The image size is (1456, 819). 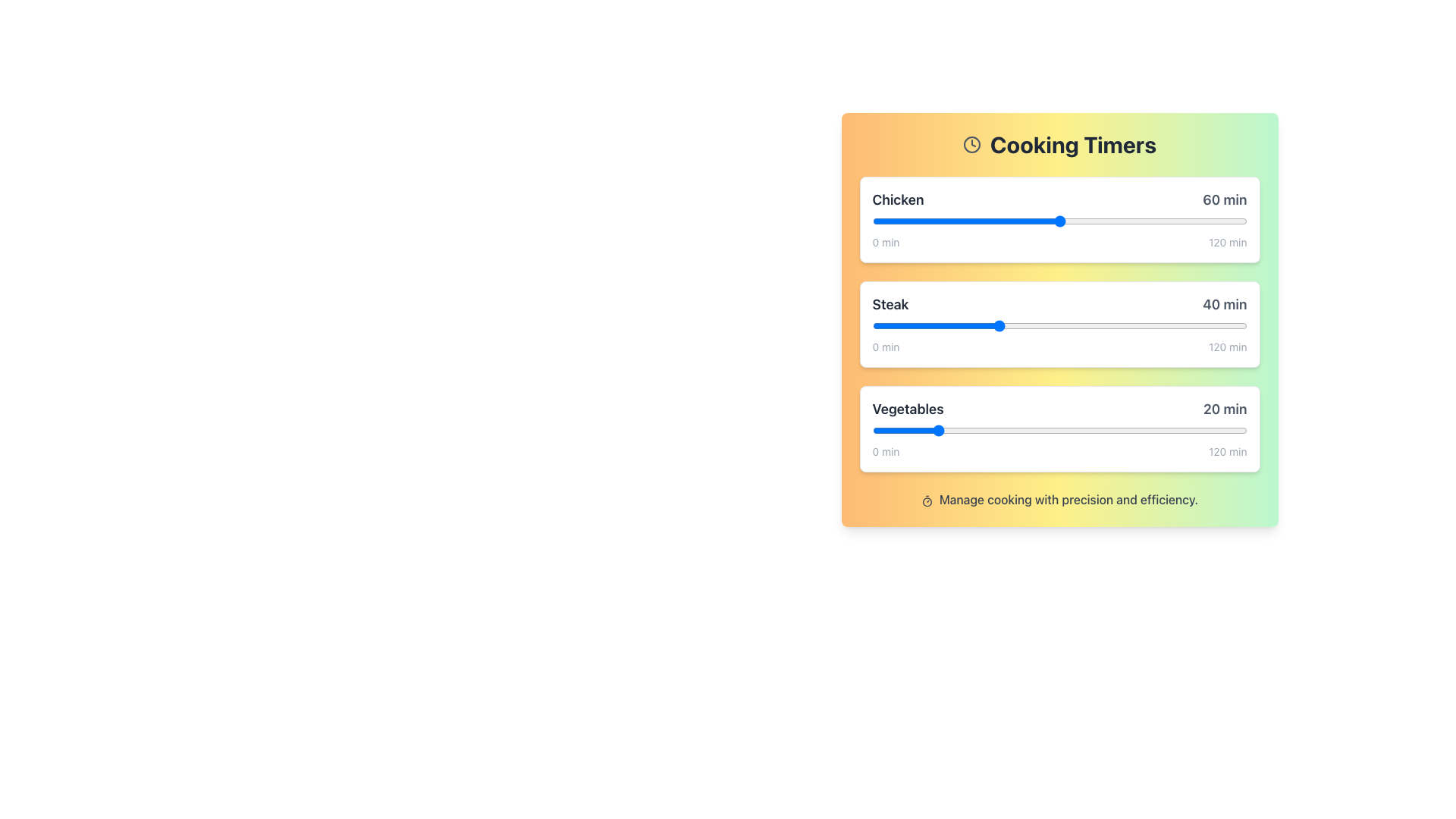 I want to click on cooking time for steak, so click(x=1144, y=325).